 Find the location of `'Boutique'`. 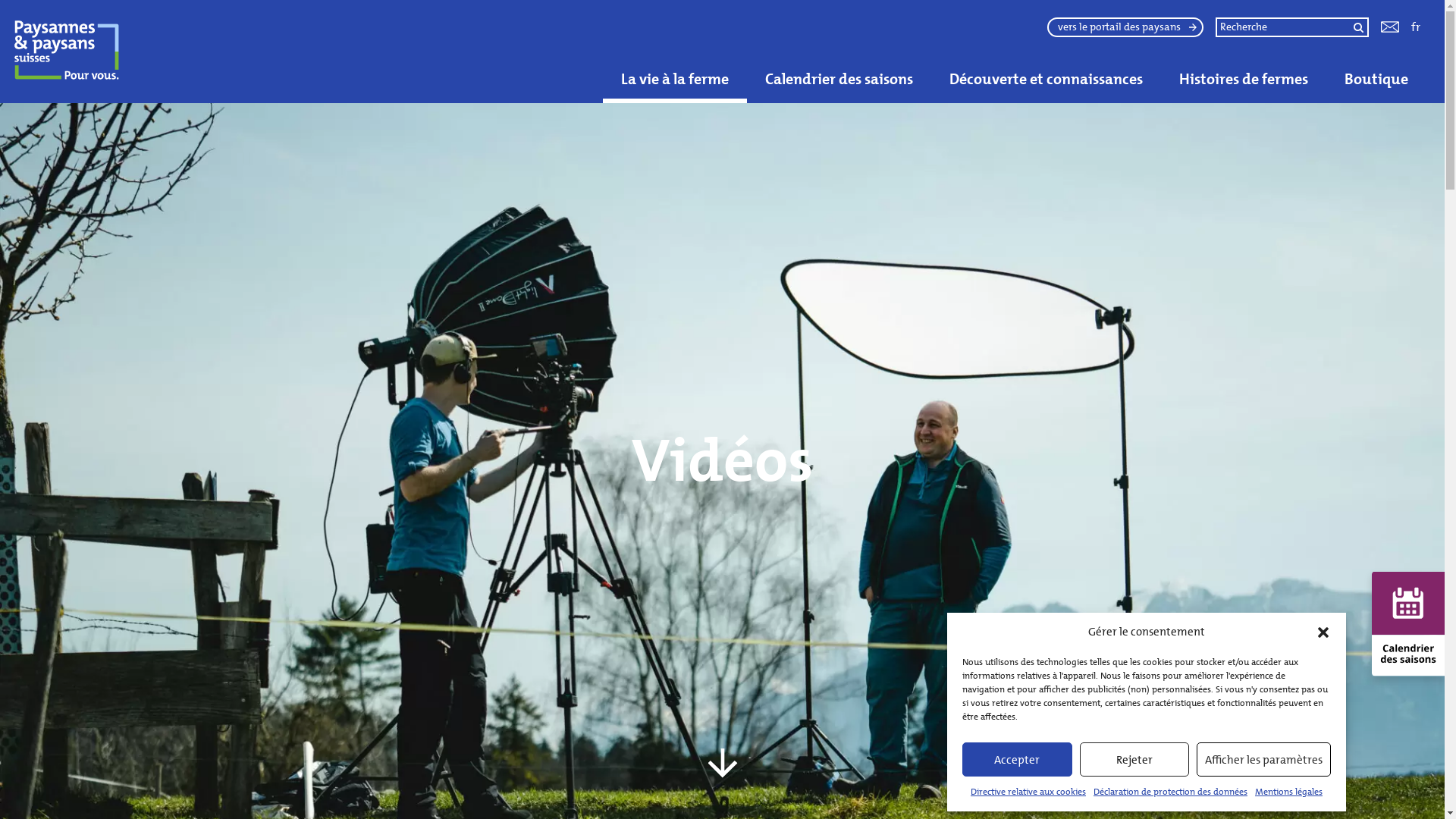

'Boutique' is located at coordinates (1376, 79).